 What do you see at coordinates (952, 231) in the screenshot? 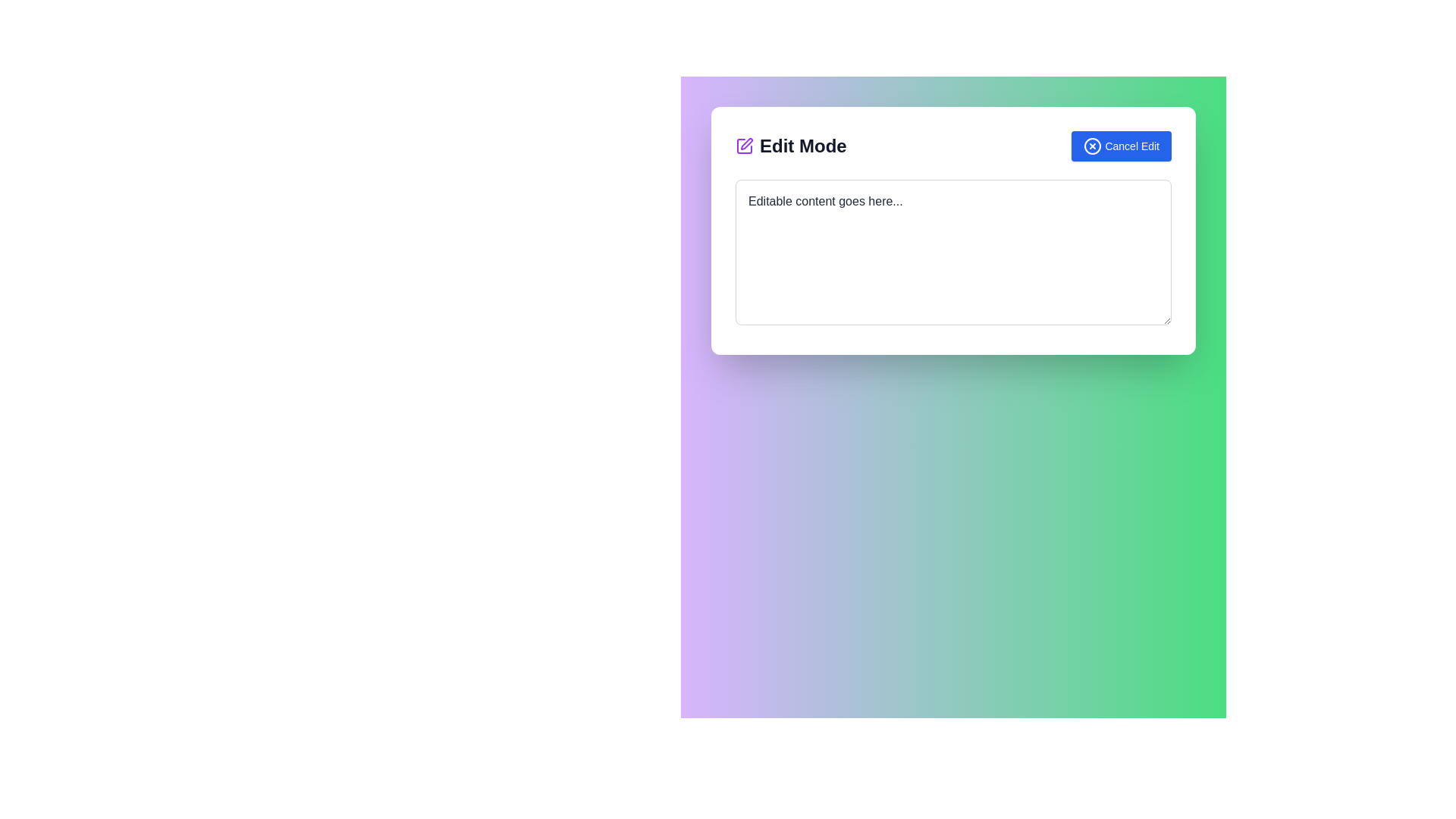
I see `the editing panel which allows users to edit content, located centrally in the interface with interactive elements` at bounding box center [952, 231].